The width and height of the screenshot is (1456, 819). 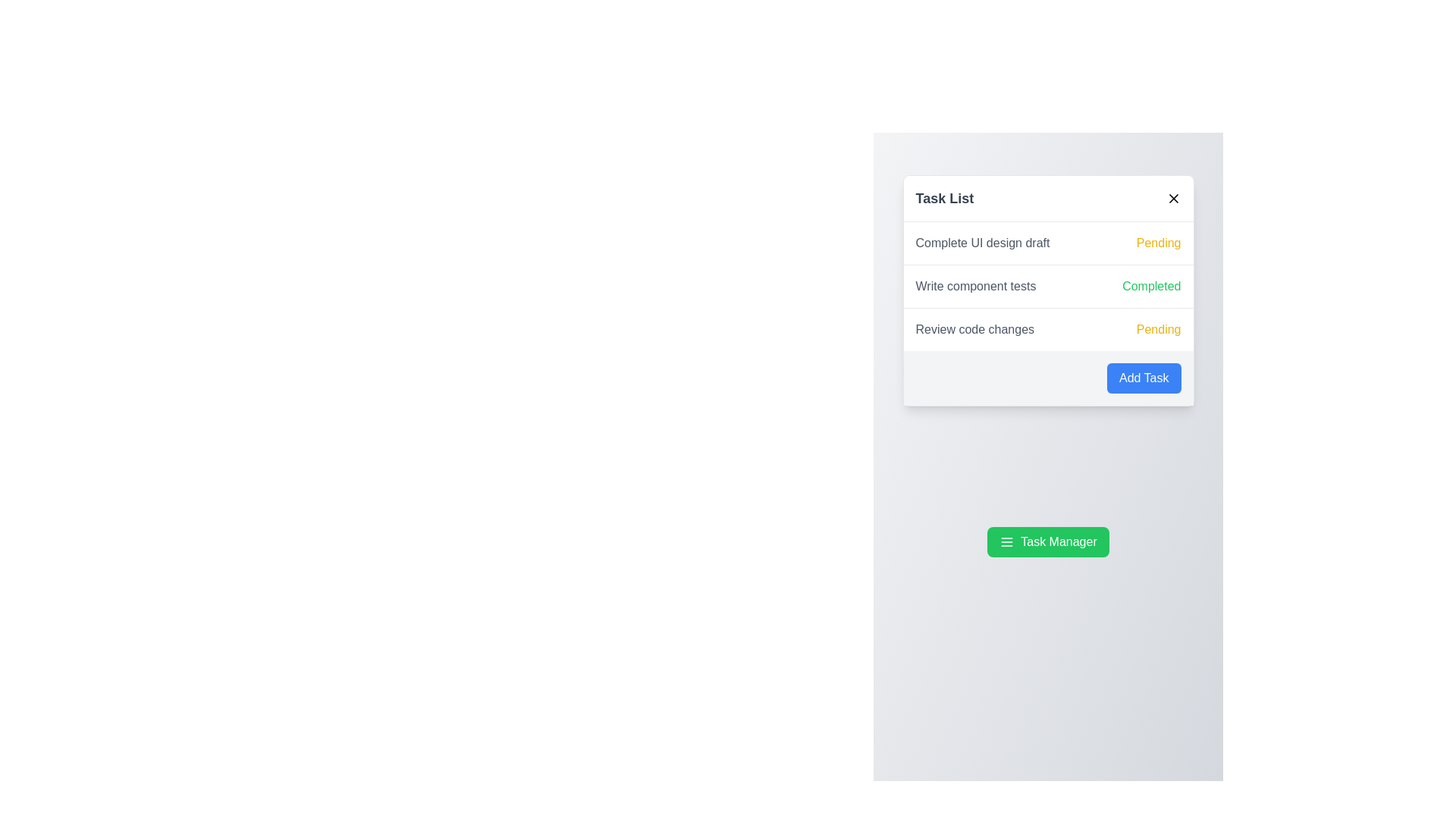 I want to click on details of the task titled 'Complete UI design draft' with a 'Pending' status in yellow from the task list component located in the central section of the 'Task List' pop-up panel, so click(x=1047, y=287).